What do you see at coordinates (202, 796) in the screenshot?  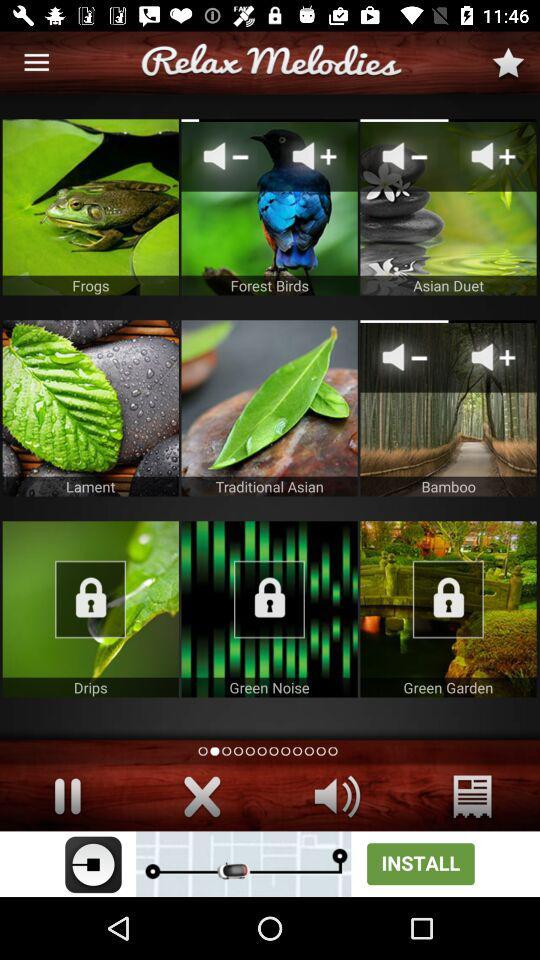 I see `the close option` at bounding box center [202, 796].